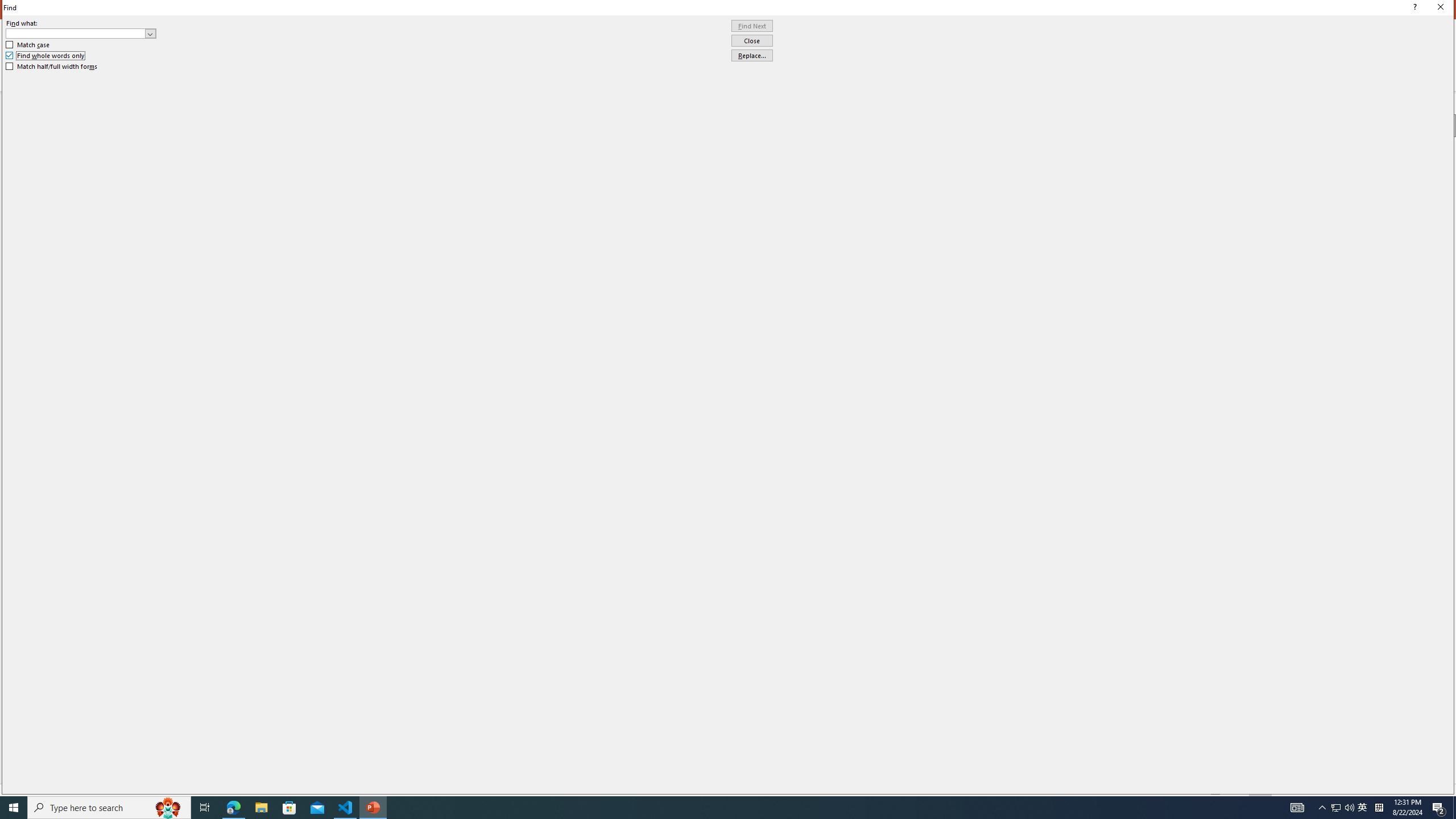  What do you see at coordinates (52, 66) in the screenshot?
I see `'Match half/full width forms'` at bounding box center [52, 66].